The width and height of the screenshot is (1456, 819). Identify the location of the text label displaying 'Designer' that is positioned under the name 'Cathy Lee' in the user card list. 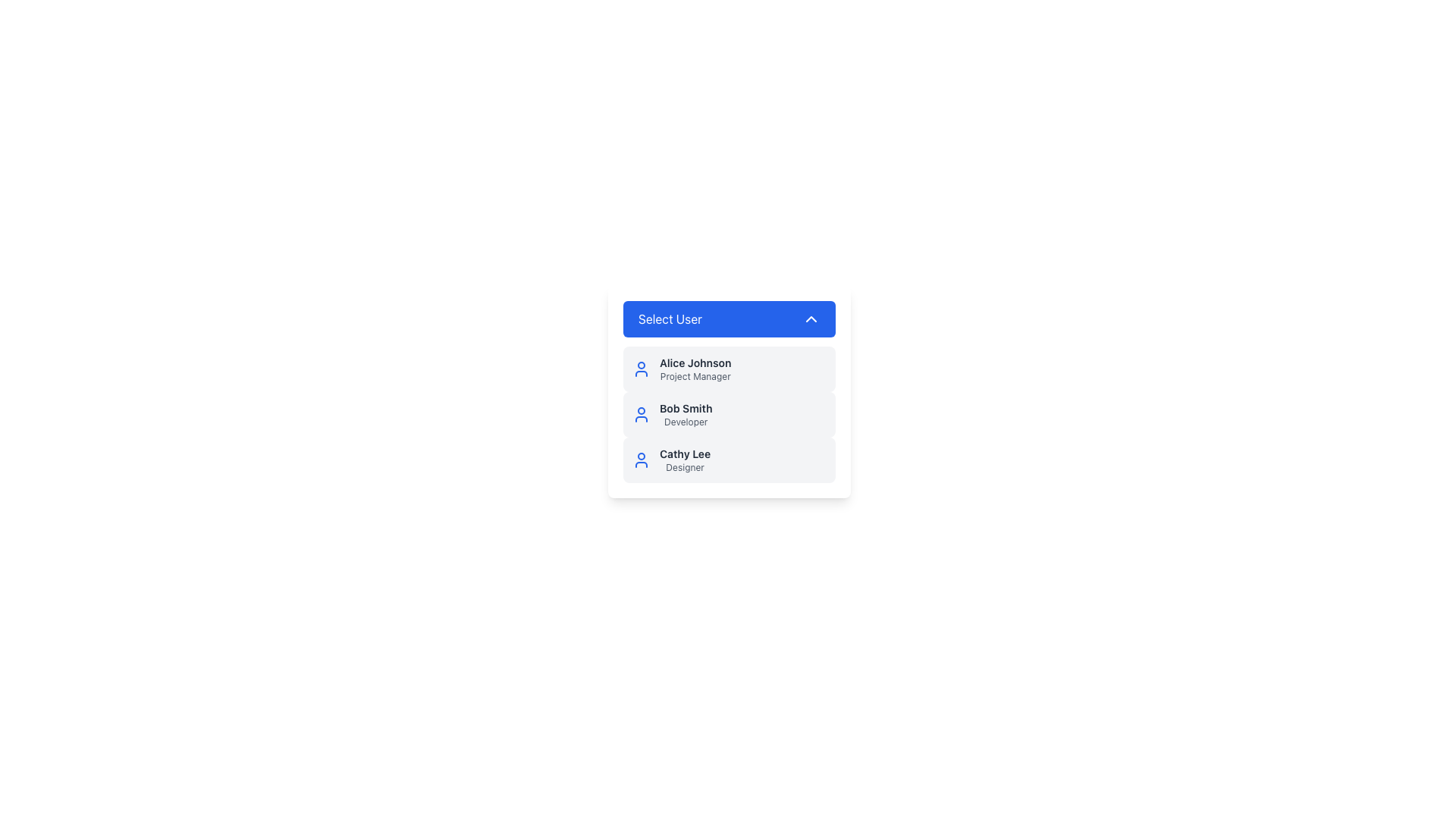
(684, 467).